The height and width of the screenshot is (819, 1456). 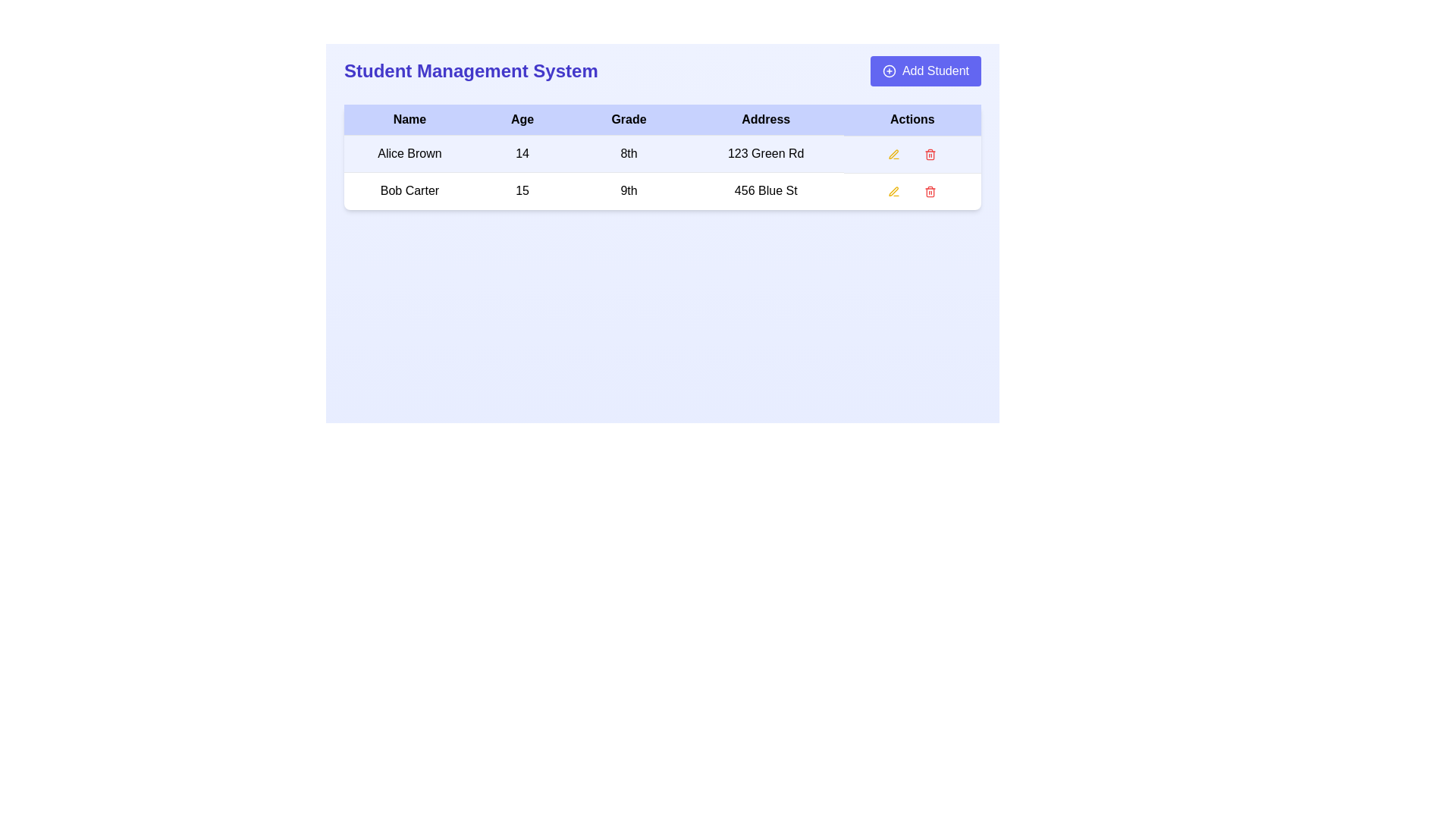 What do you see at coordinates (522, 119) in the screenshot?
I see `text of the 'Age' column header, which is located in the second column of the header row of a table, between the 'Name' and 'Grade' columns` at bounding box center [522, 119].